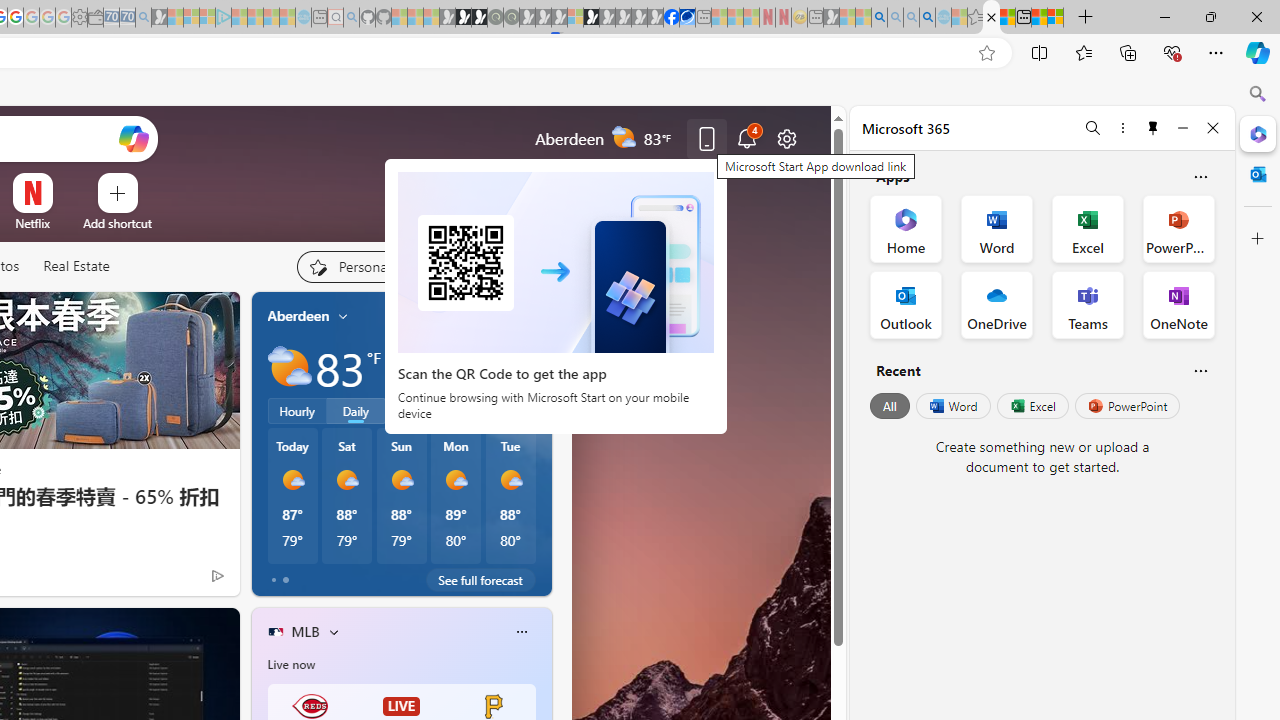 The image size is (1280, 720). Describe the element at coordinates (905, 227) in the screenshot. I see `'Home Office App'` at that location.